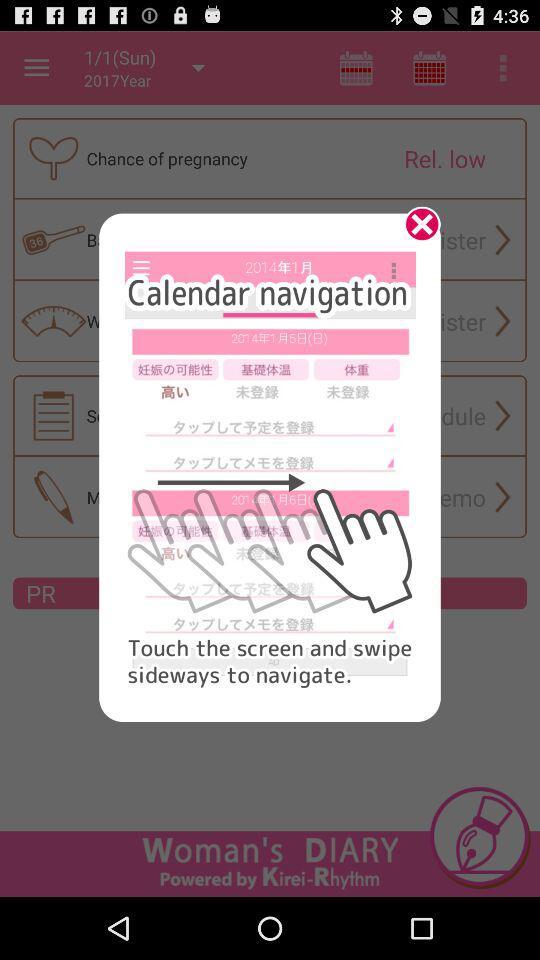  Describe the element at coordinates (414, 231) in the screenshot. I see `the item at the top right corner` at that location.